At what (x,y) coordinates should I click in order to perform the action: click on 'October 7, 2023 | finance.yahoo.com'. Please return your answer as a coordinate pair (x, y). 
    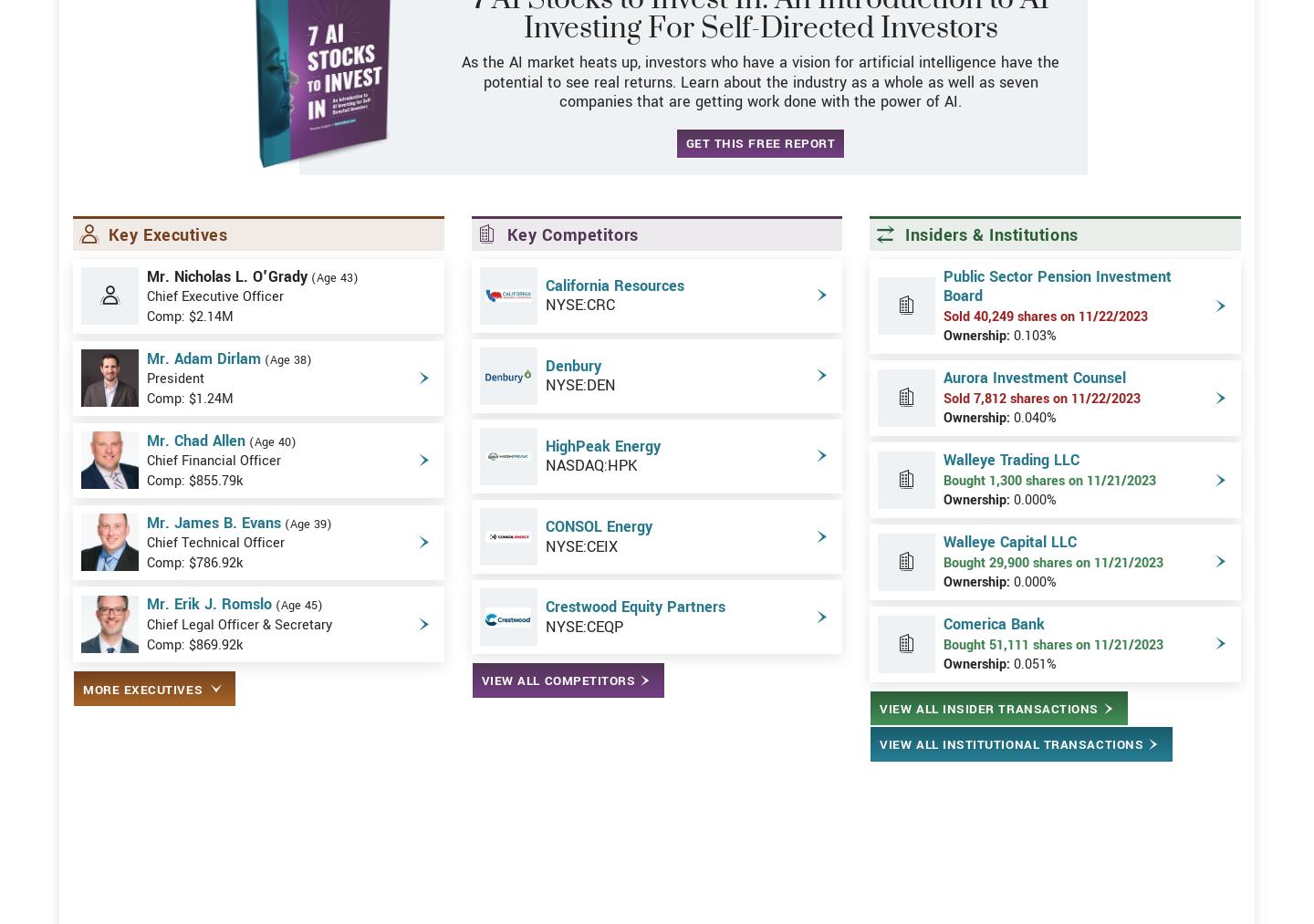
    Looking at the image, I should click on (182, 693).